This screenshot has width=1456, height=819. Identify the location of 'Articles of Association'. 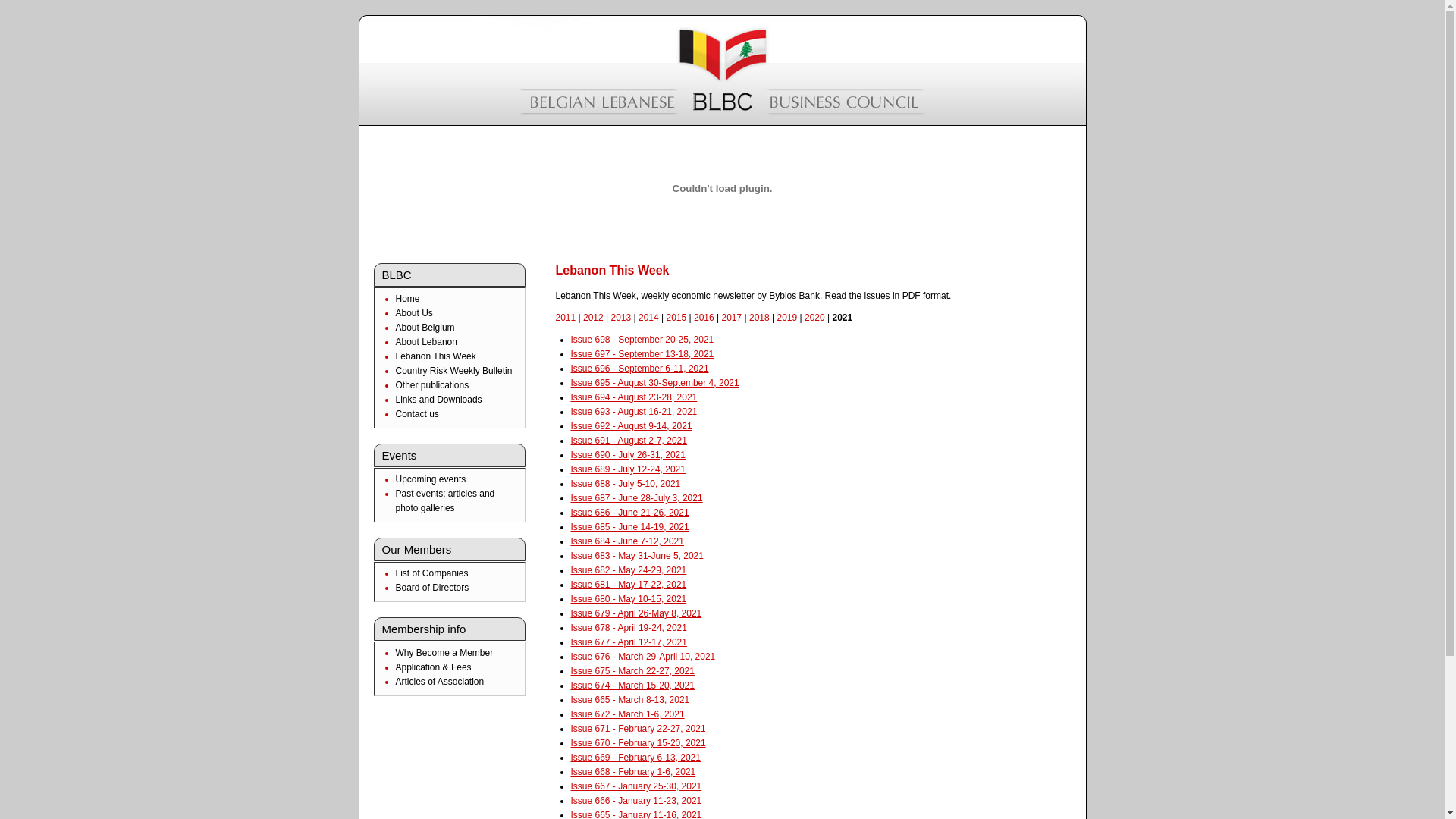
(439, 680).